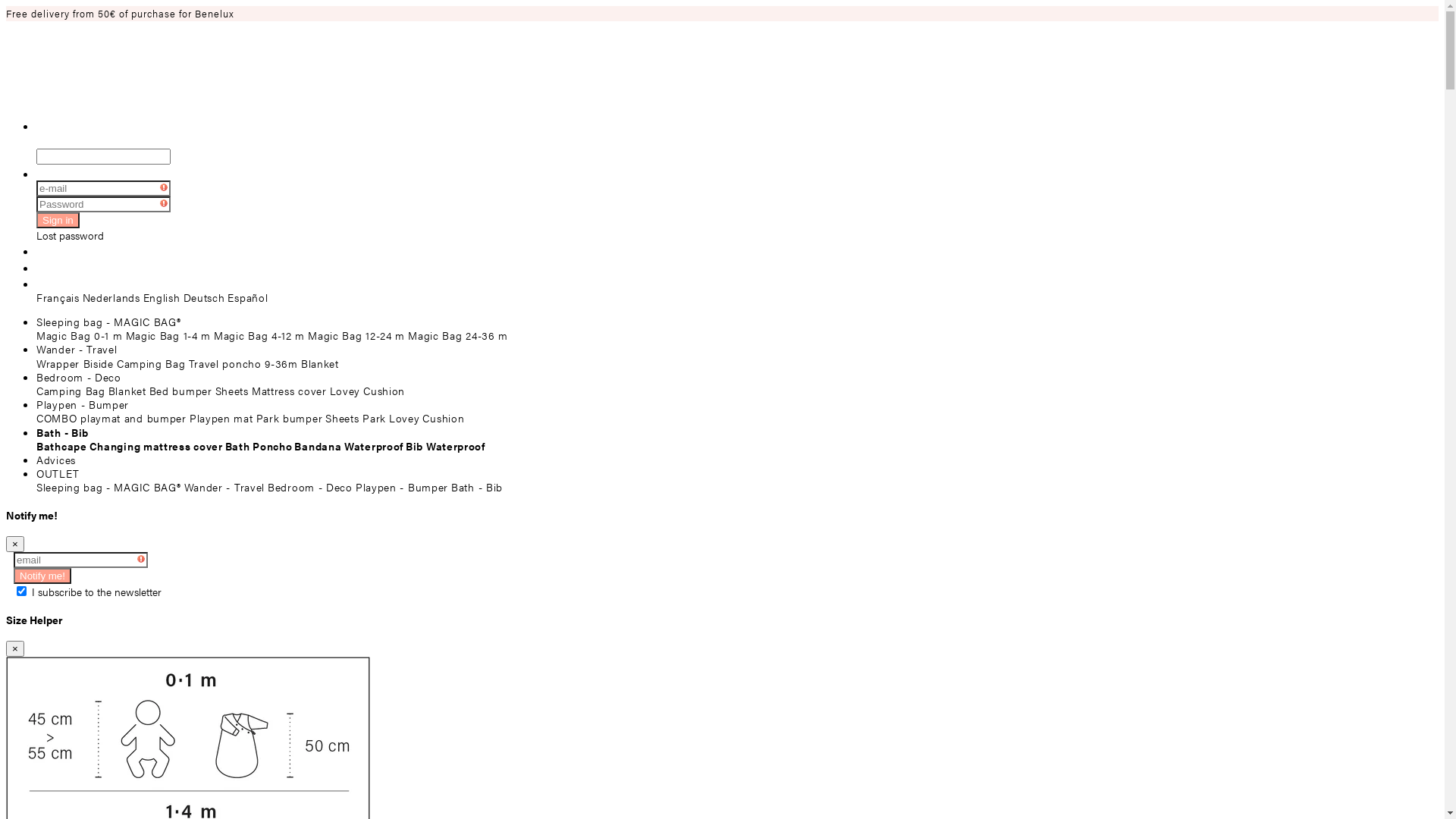 This screenshot has width=1456, height=819. Describe the element at coordinates (61, 444) in the screenshot. I see `'Bathcape'` at that location.